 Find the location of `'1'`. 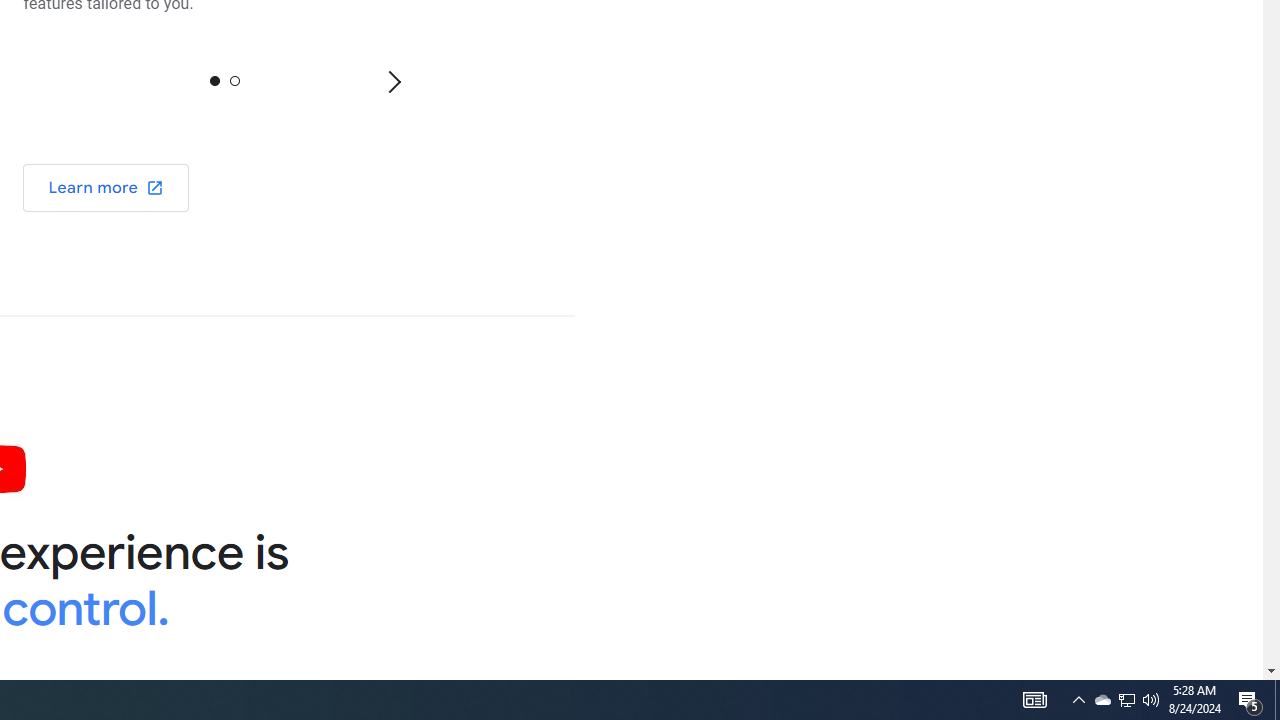

'1' is located at coordinates (234, 79).